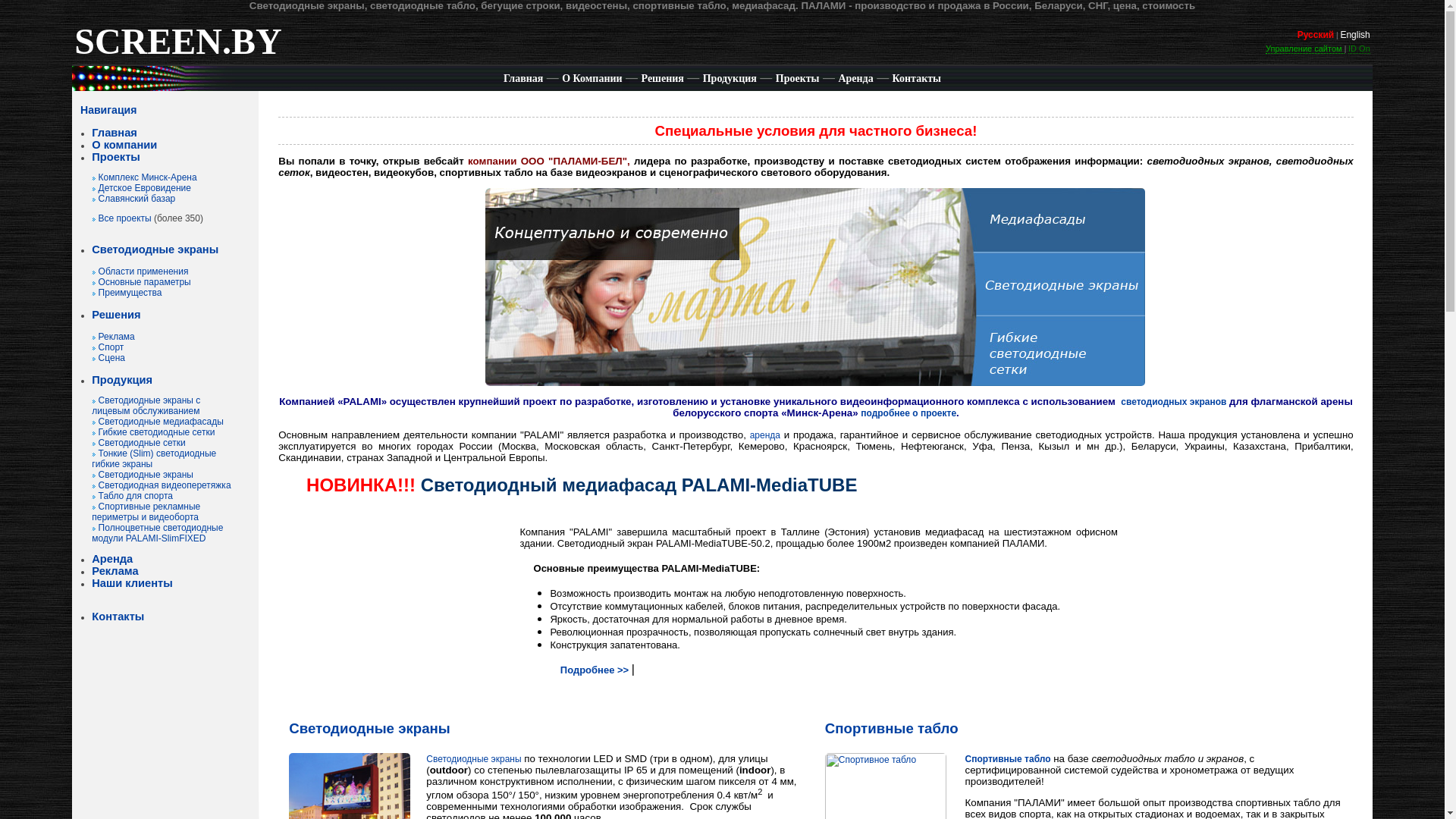 The width and height of the screenshot is (1456, 819). I want to click on 'ID On', so click(1348, 48).